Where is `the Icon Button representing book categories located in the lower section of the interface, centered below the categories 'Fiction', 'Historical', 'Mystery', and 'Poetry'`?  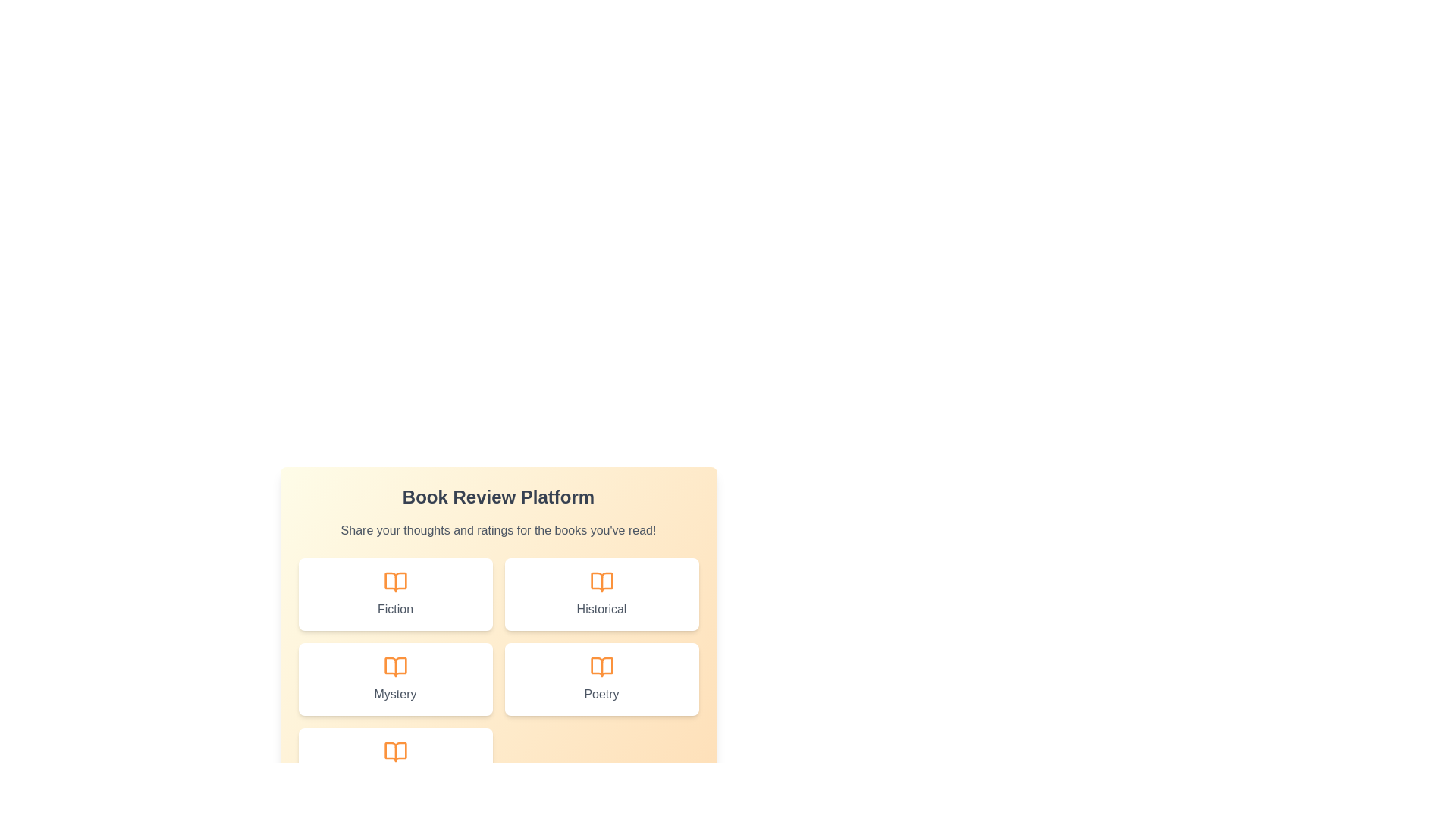
the Icon Button representing book categories located in the lower section of the interface, centered below the categories 'Fiction', 'Historical', 'Mystery', and 'Poetry' is located at coordinates (395, 752).